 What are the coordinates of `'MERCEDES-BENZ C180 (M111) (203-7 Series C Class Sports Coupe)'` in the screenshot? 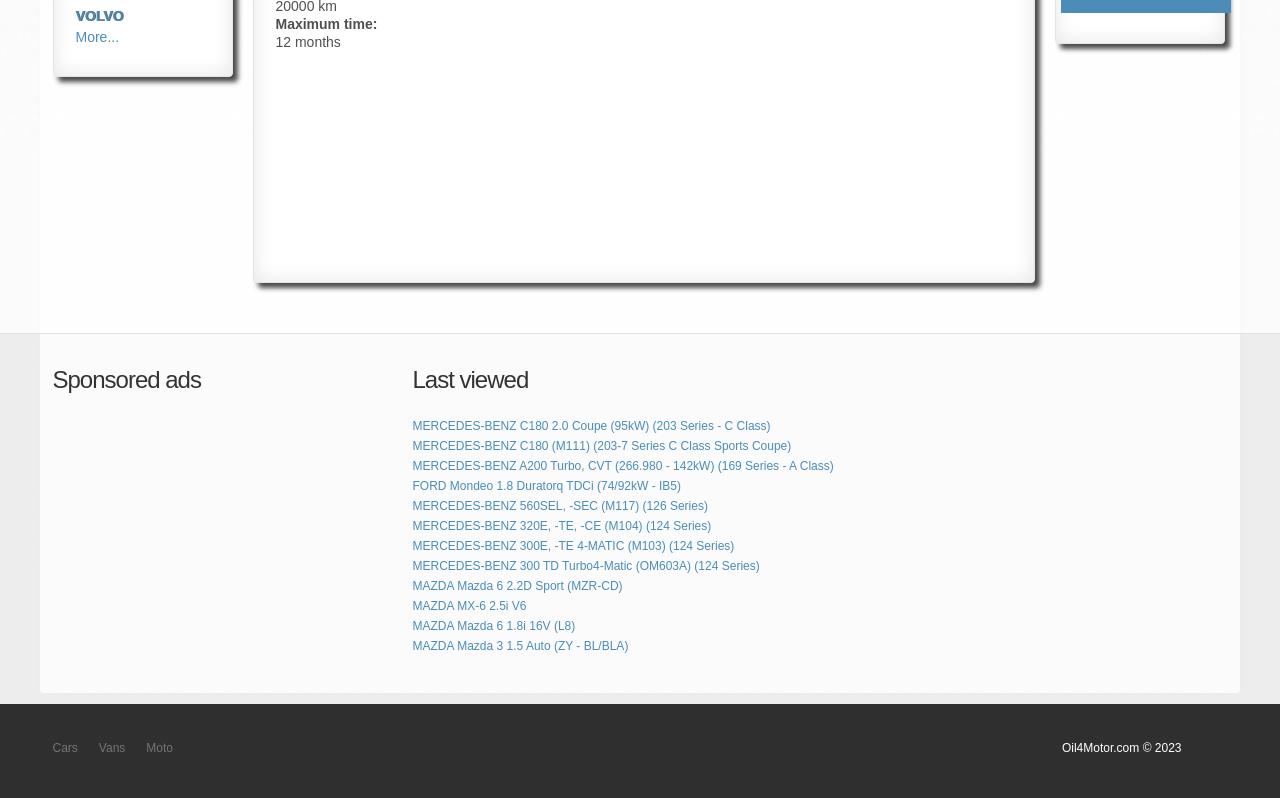 It's located at (411, 446).